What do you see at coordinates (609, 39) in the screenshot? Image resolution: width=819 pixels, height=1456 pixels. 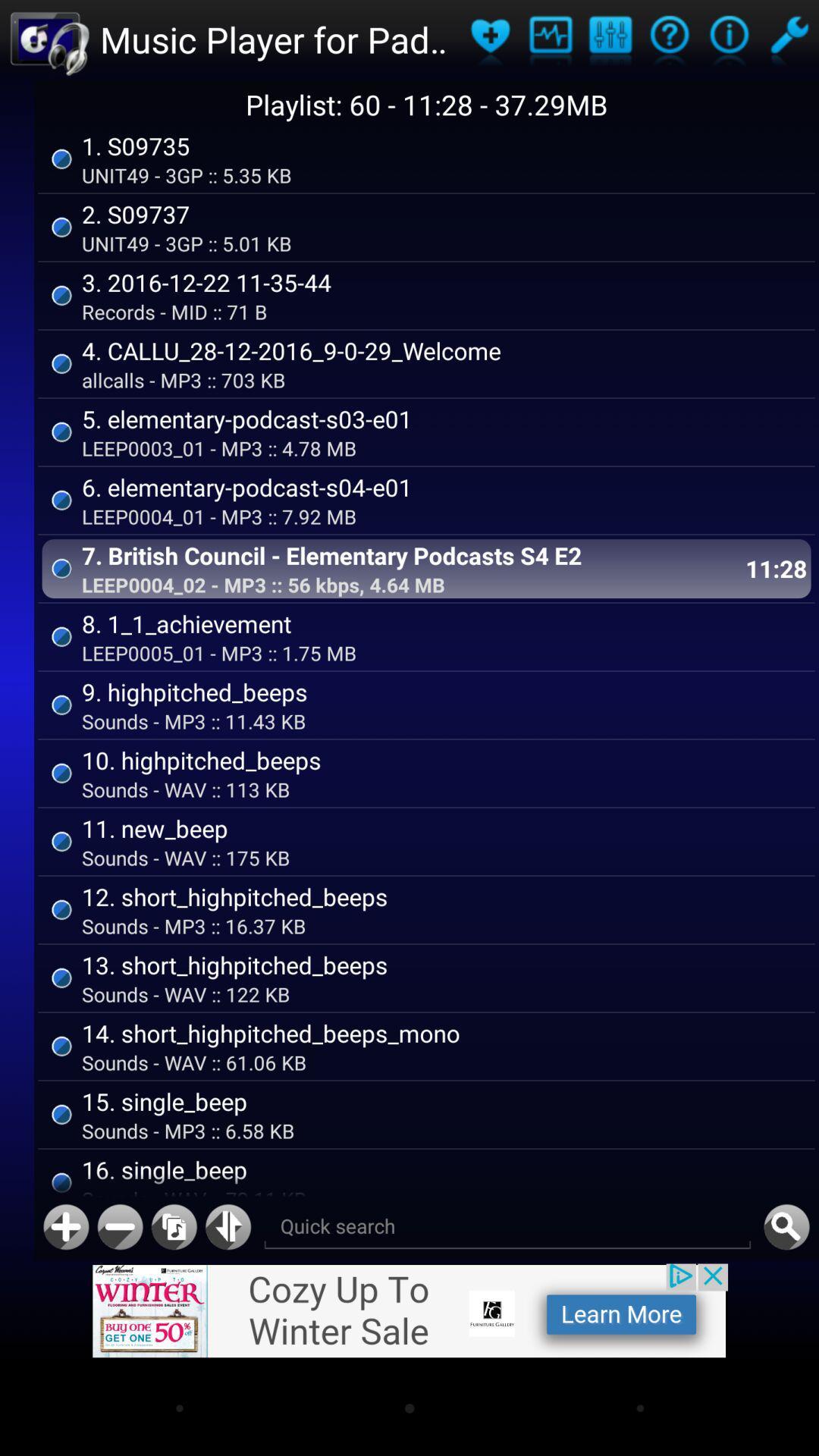 I see `musical icone` at bounding box center [609, 39].